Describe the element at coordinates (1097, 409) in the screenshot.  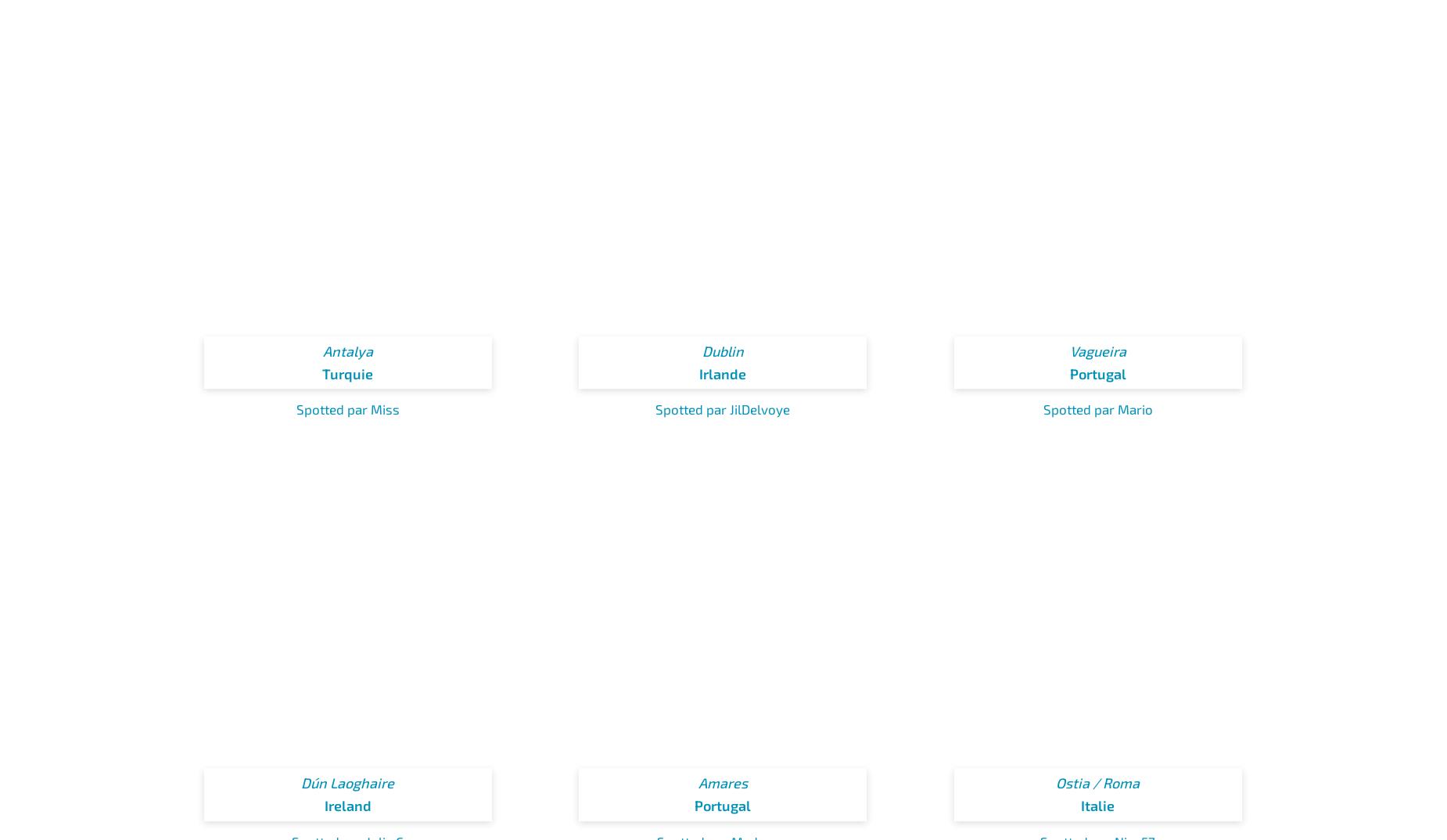
I see `'Spotted par Mario'` at that location.